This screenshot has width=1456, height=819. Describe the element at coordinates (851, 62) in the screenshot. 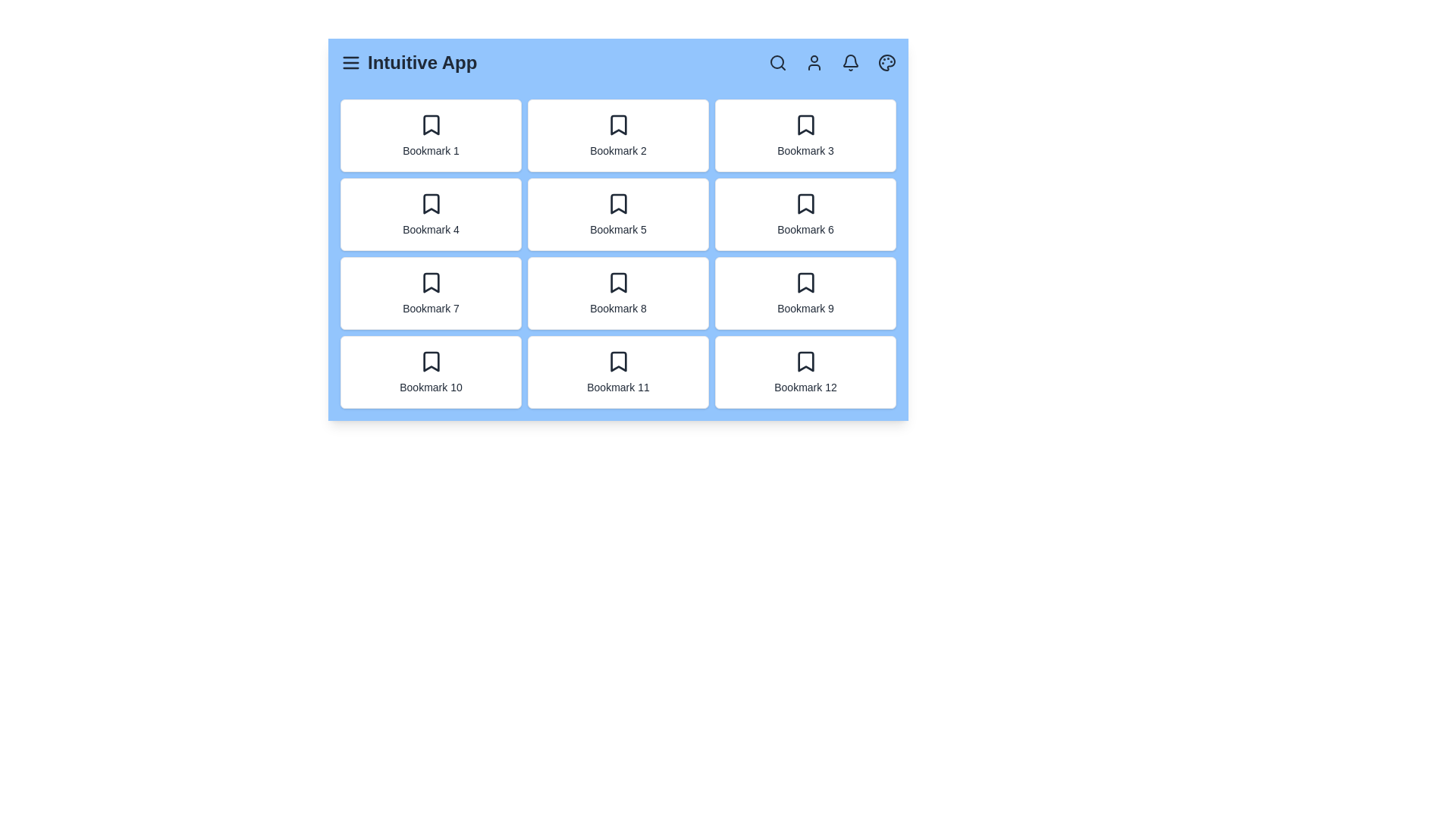

I see `the bell icon to check notifications` at that location.